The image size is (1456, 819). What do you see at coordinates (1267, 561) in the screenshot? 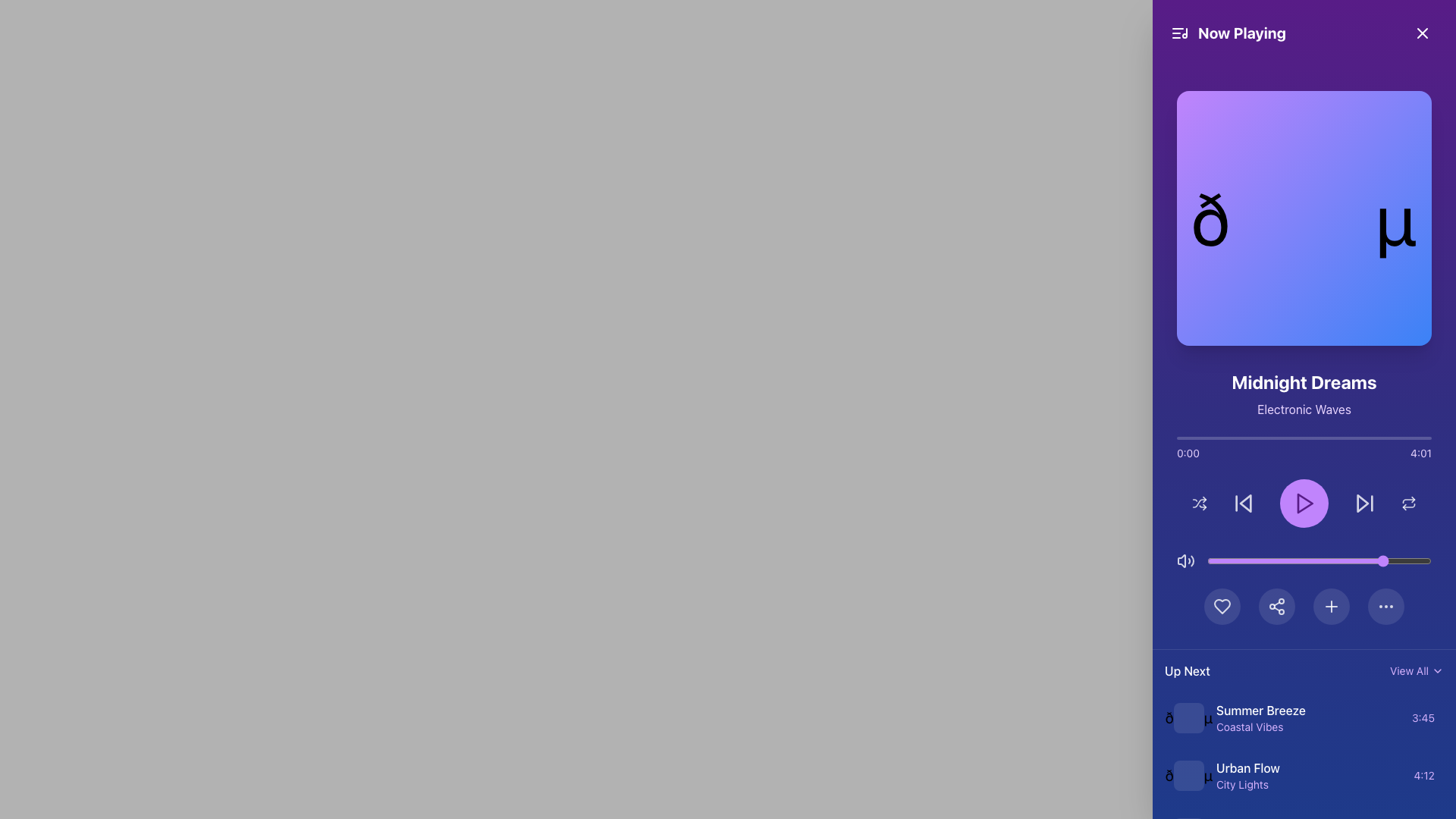
I see `slider value` at bounding box center [1267, 561].